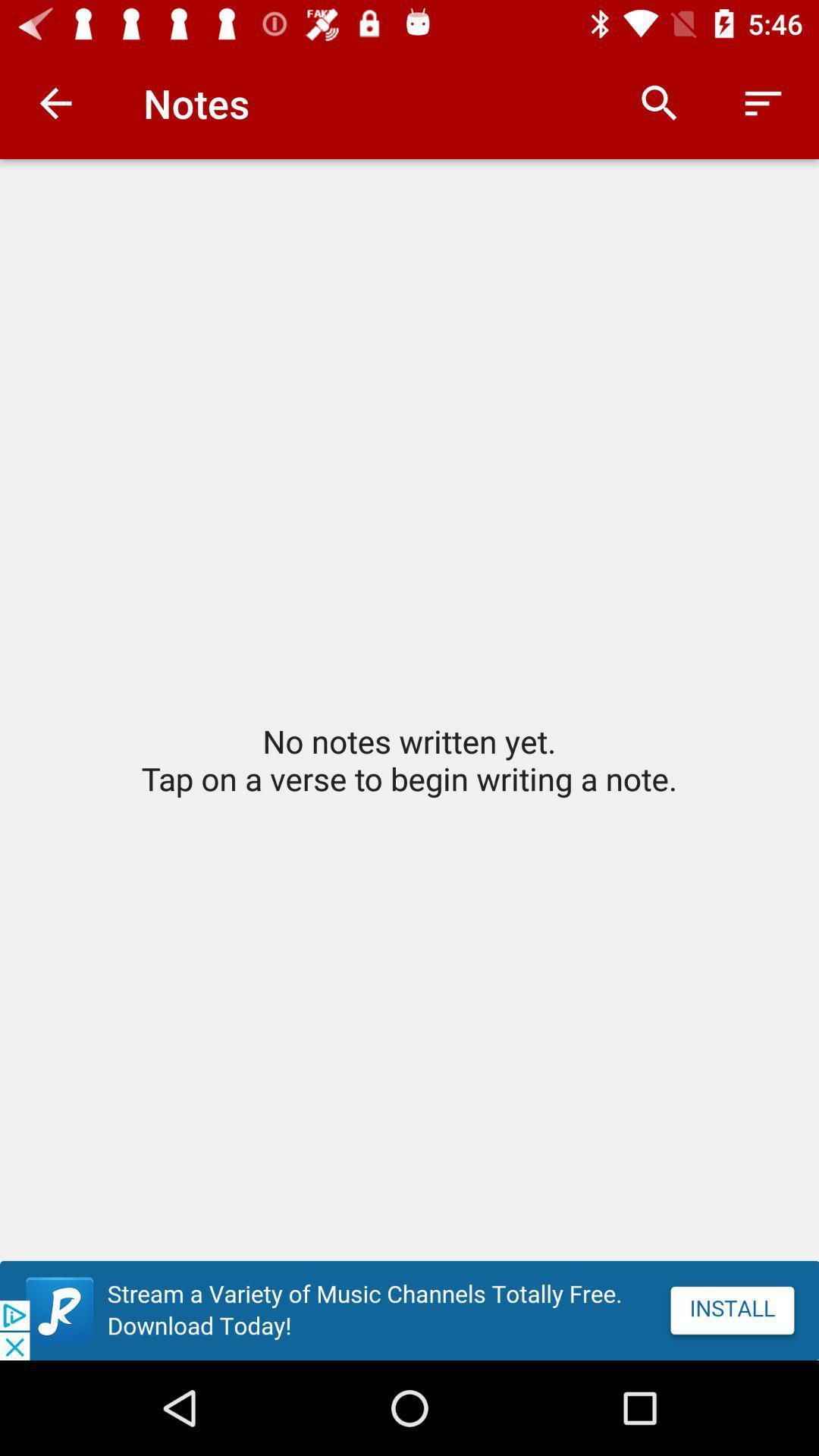  What do you see at coordinates (409, 1310) in the screenshot?
I see `advatisment paga` at bounding box center [409, 1310].